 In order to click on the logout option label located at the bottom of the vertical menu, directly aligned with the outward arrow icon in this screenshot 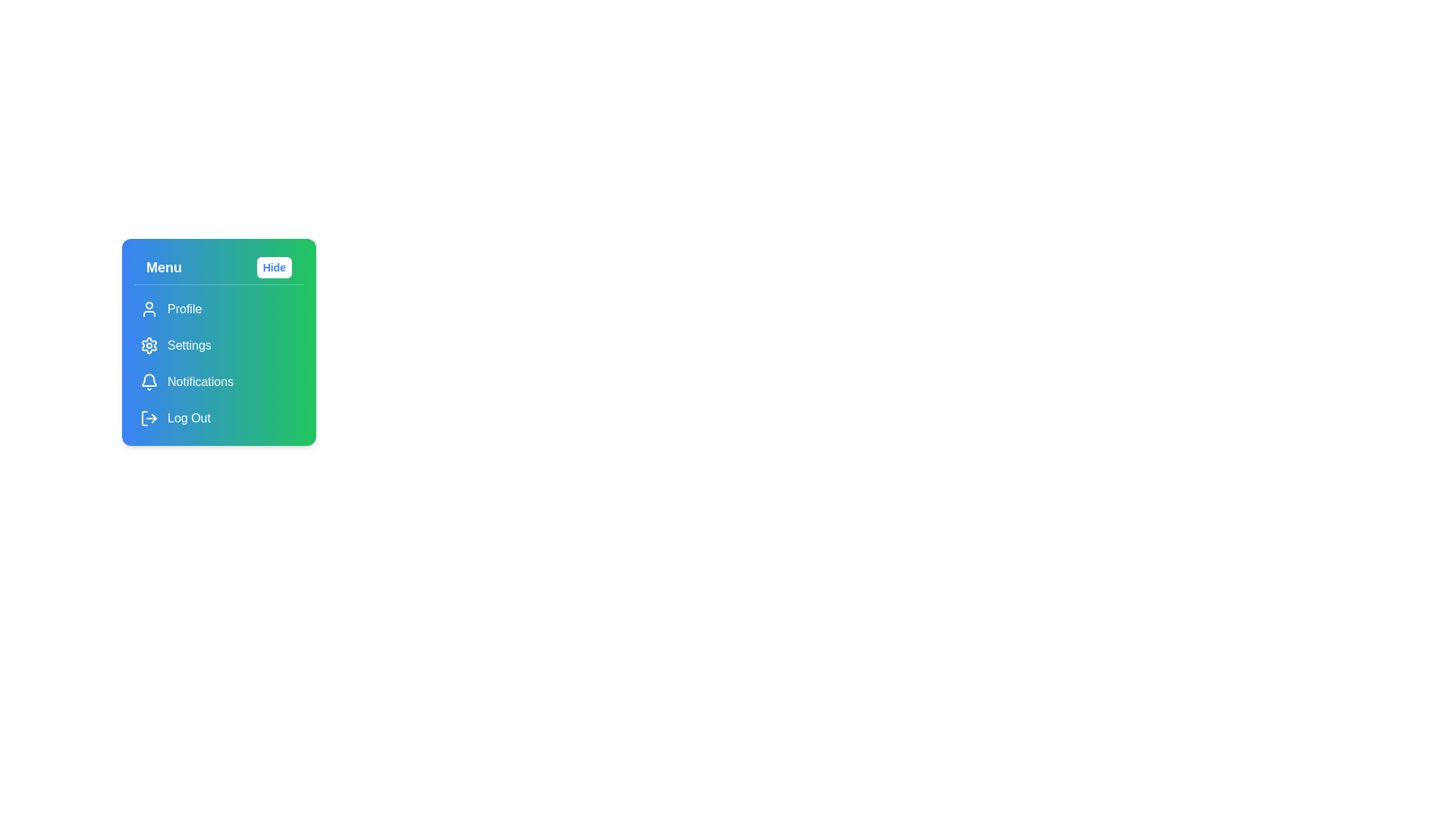, I will do `click(188, 418)`.